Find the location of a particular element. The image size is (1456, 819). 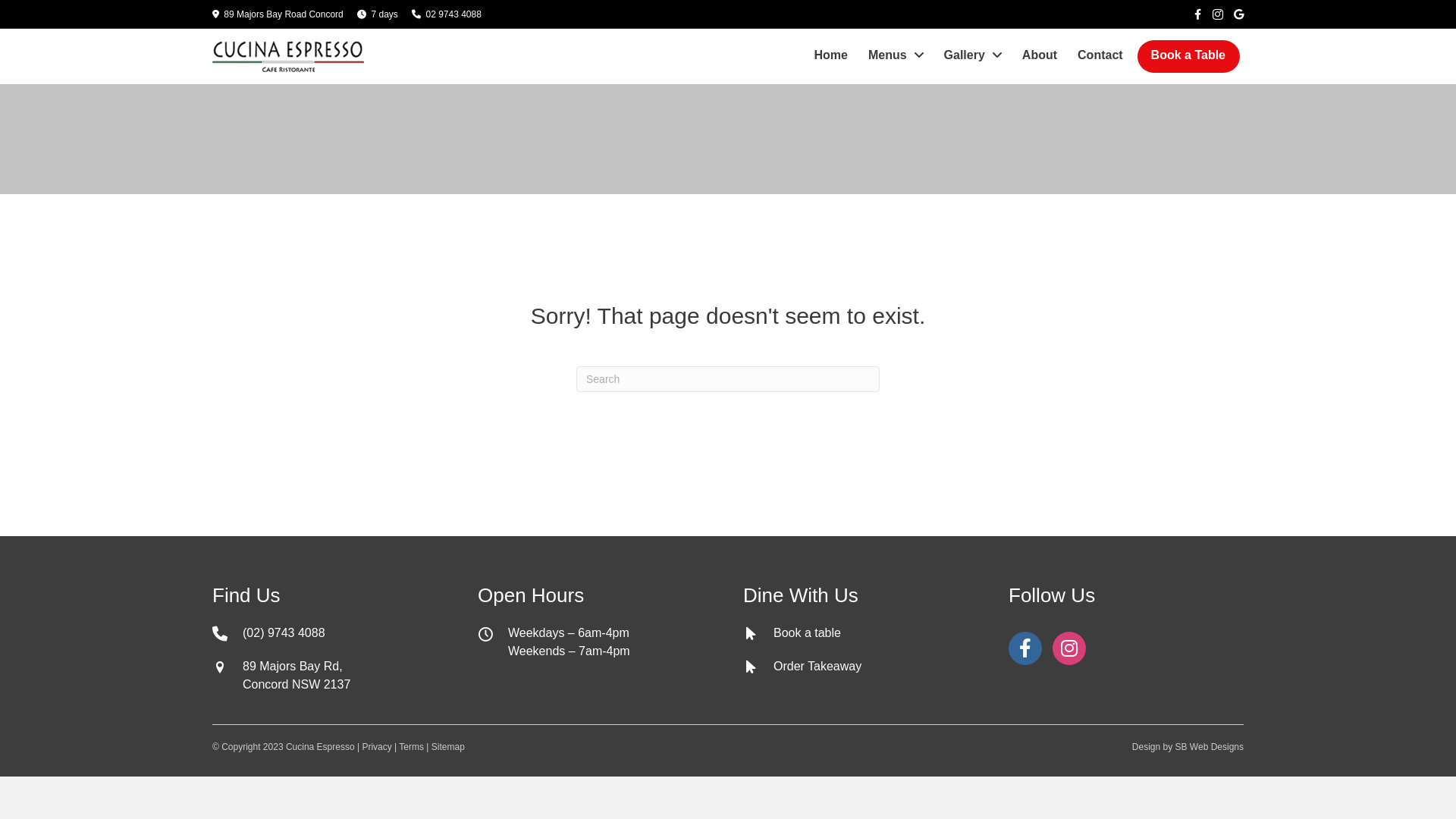

'About' is located at coordinates (1039, 55).